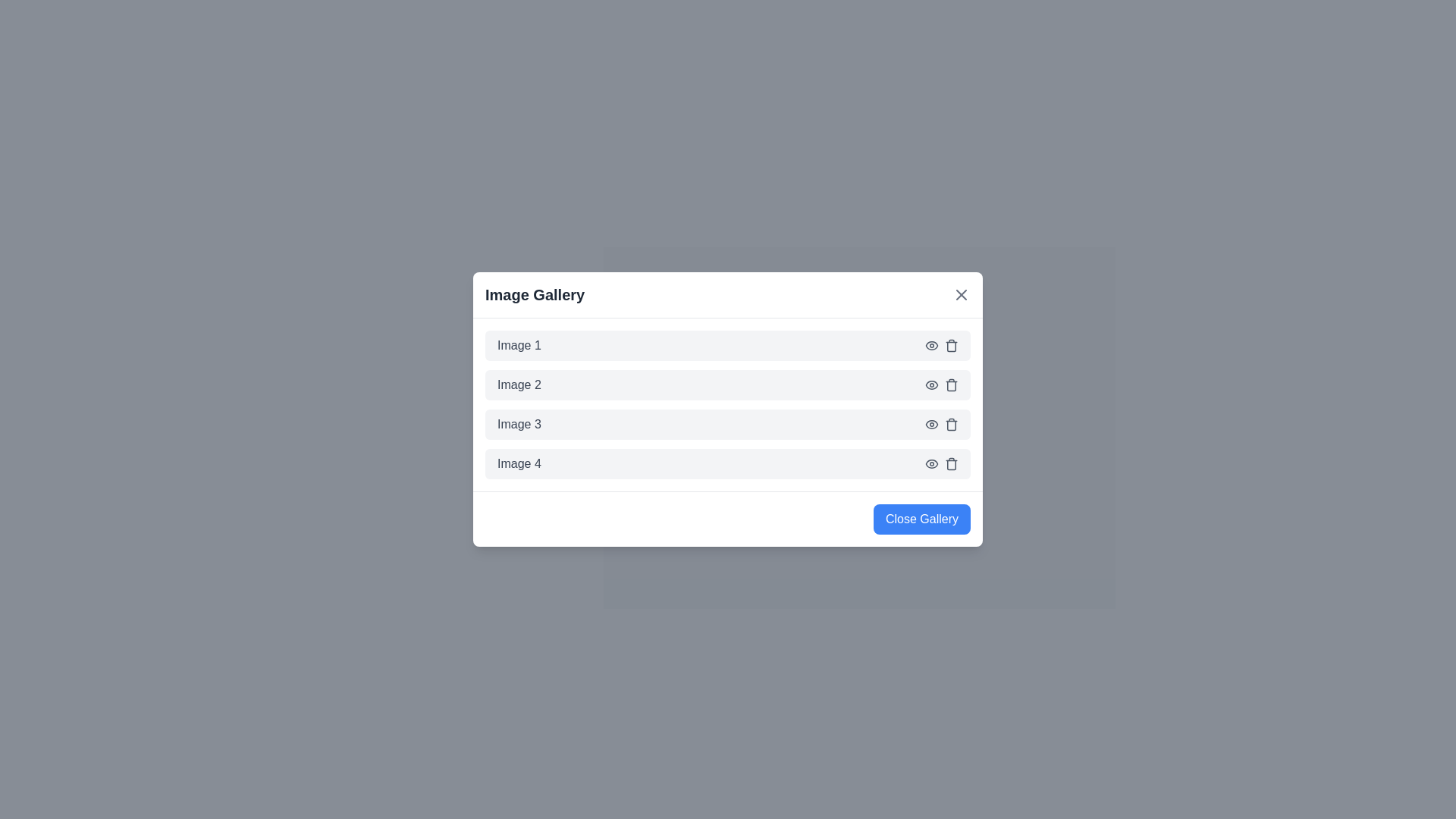 The width and height of the screenshot is (1456, 819). What do you see at coordinates (930, 345) in the screenshot?
I see `the eye icon located to the right of the list item labeled 'Image 1' in the 'Image Gallery' modal` at bounding box center [930, 345].